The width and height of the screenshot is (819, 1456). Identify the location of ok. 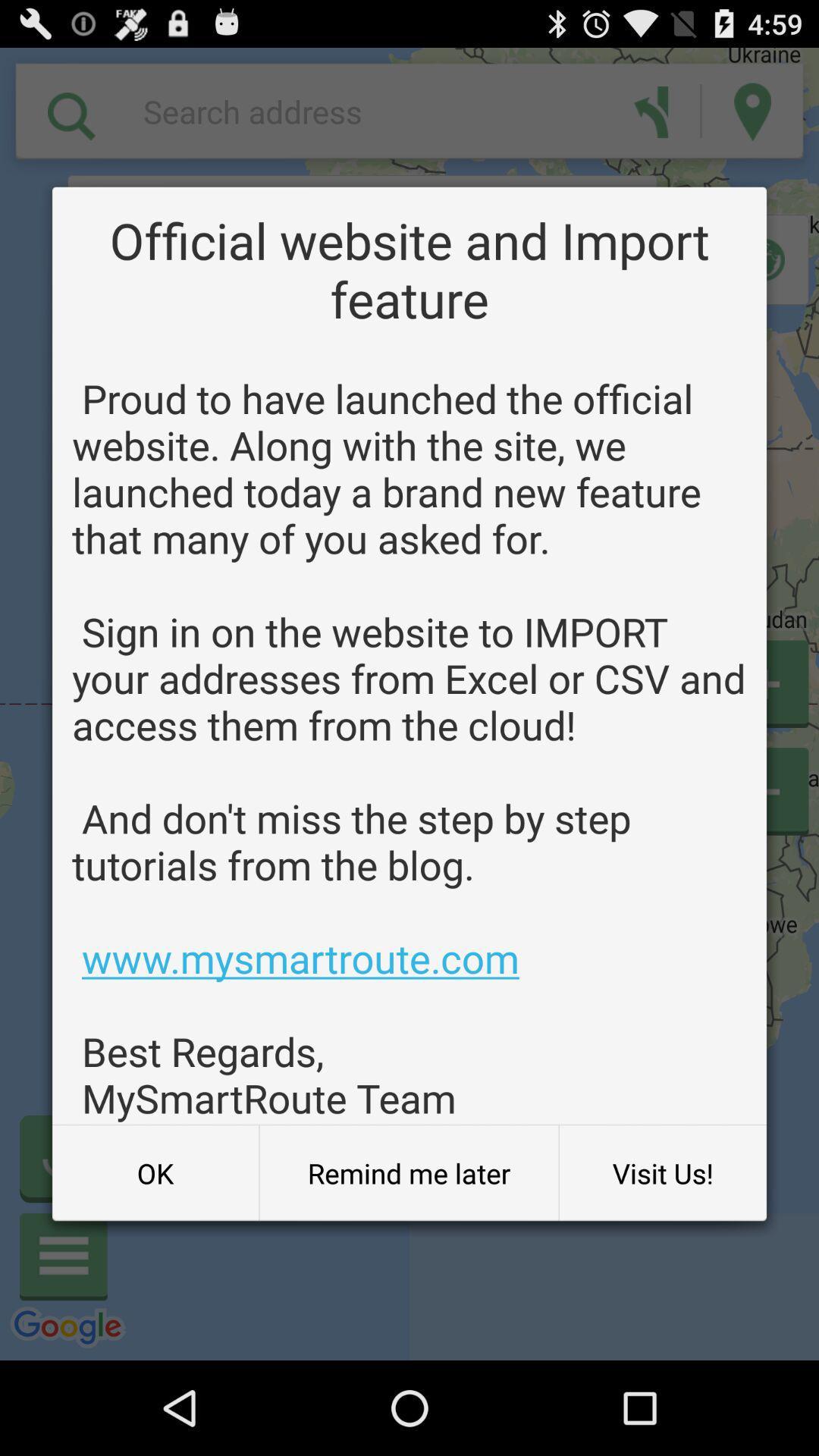
(155, 1172).